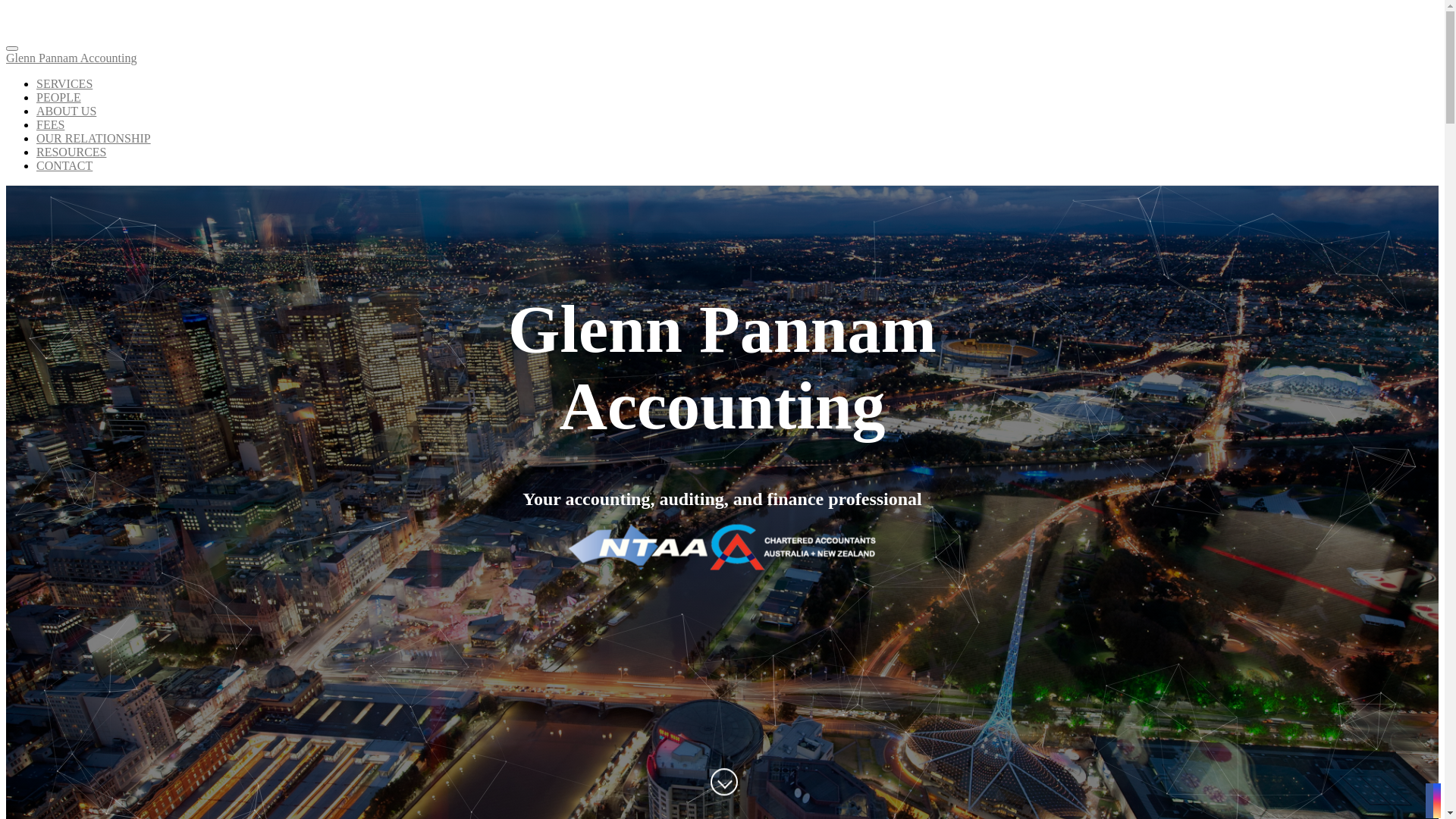  I want to click on 'Glenn Pannam Accounting', so click(721, 64).